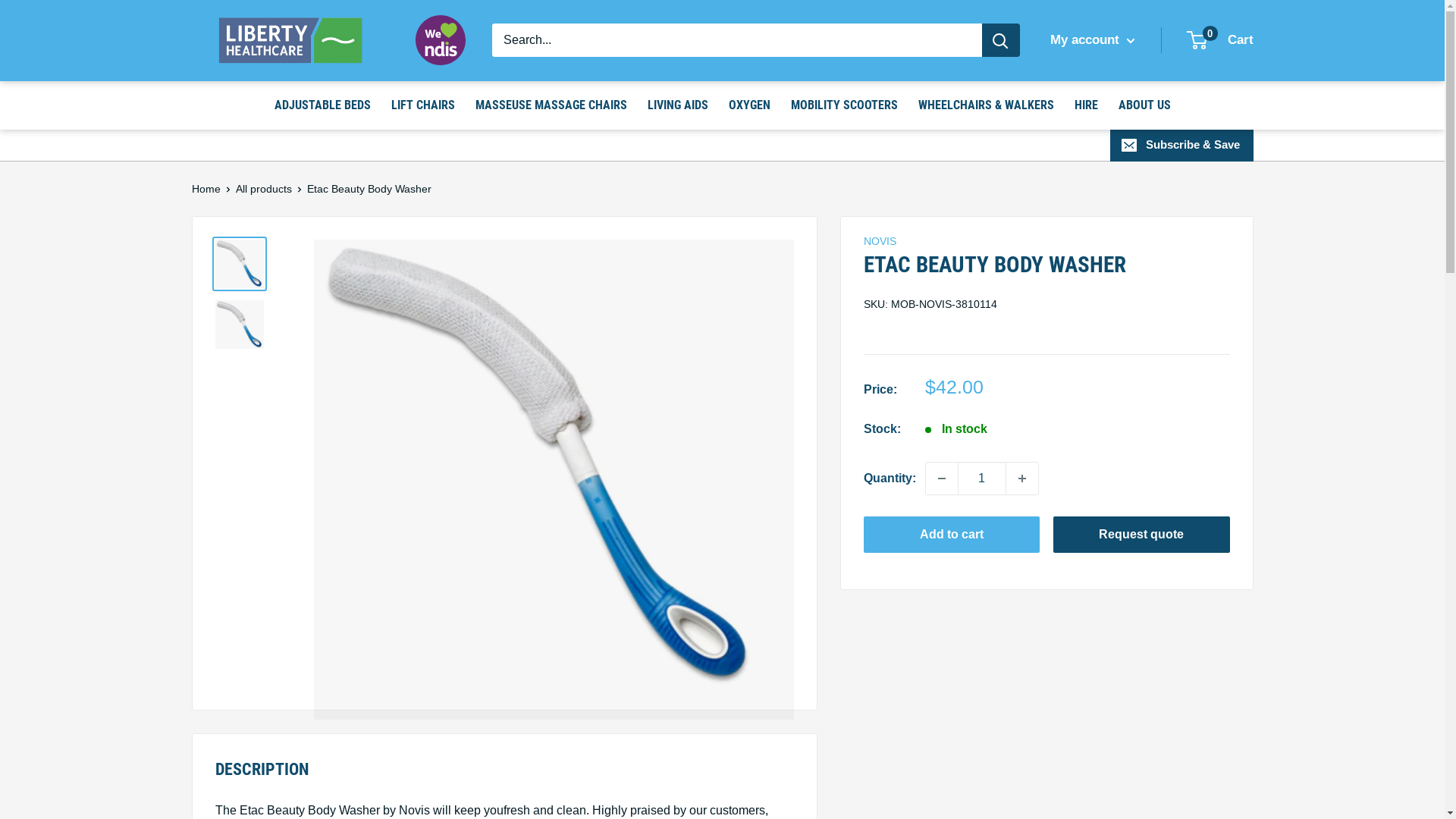 The image size is (1456, 819). What do you see at coordinates (985, 104) in the screenshot?
I see `'WHEELCHAIRS & WALKERS'` at bounding box center [985, 104].